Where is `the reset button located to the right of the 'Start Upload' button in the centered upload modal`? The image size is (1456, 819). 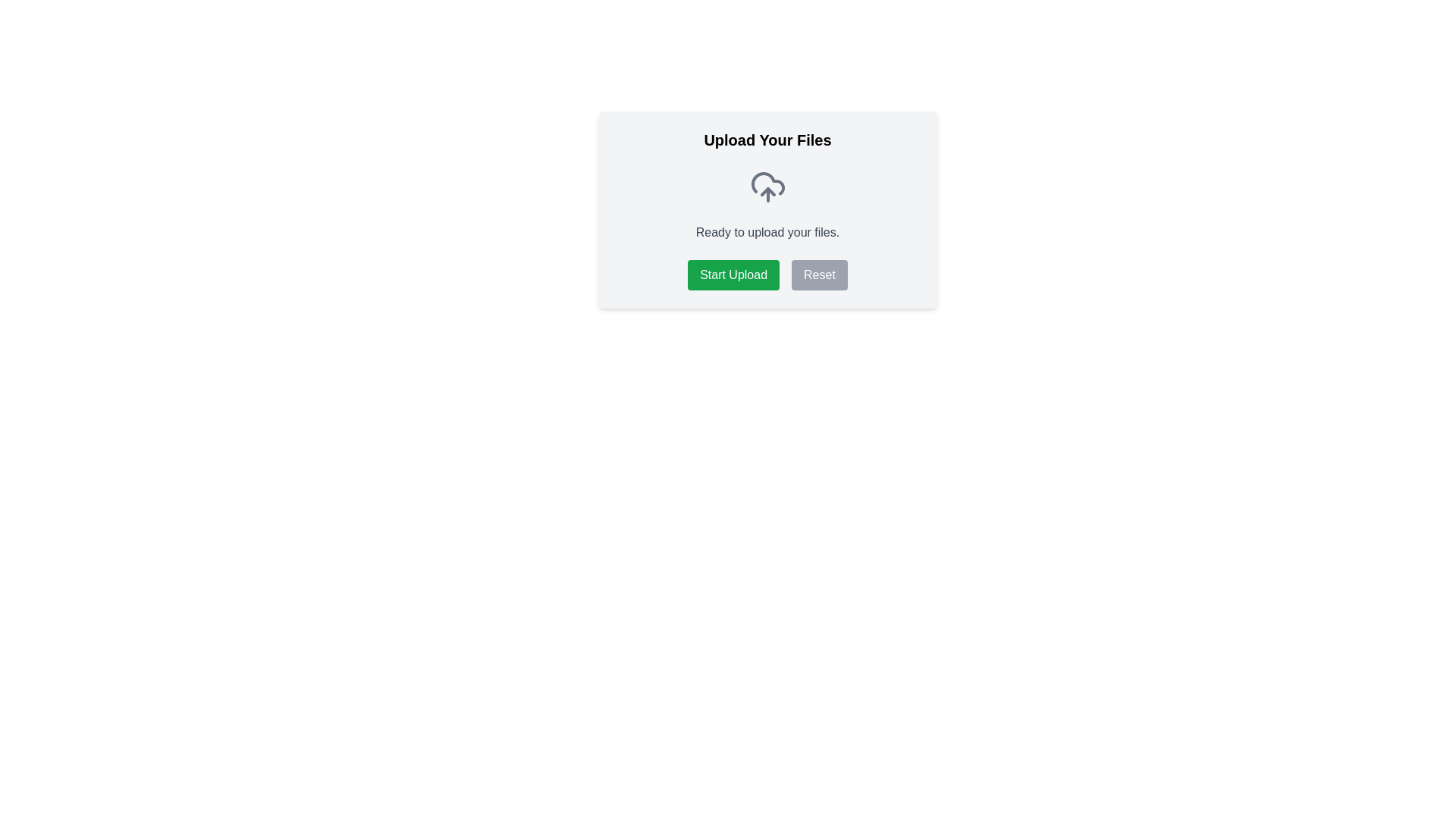 the reset button located to the right of the 'Start Upload' button in the centered upload modal is located at coordinates (818, 275).